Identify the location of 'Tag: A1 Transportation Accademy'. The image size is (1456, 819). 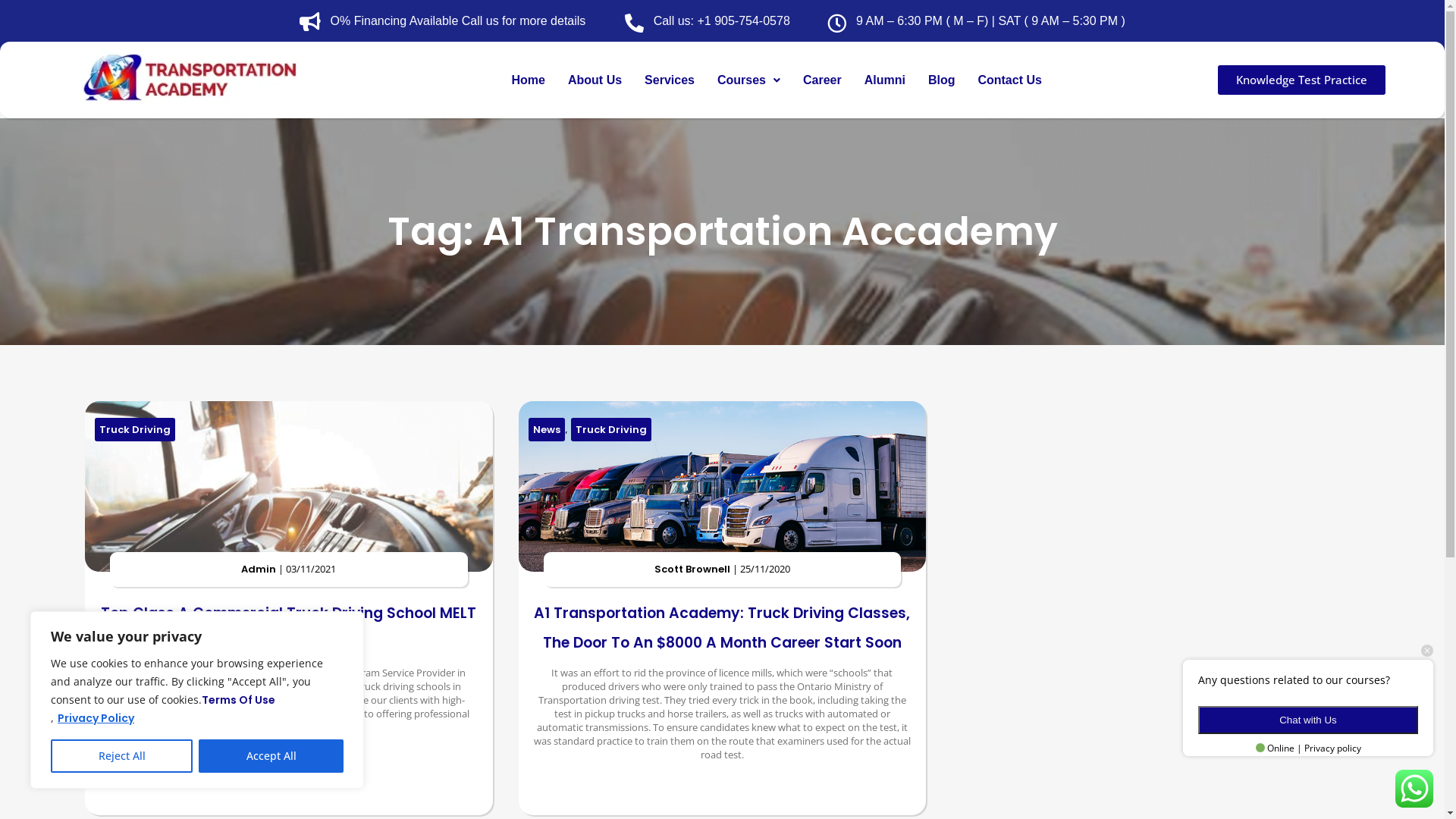
(720, 231).